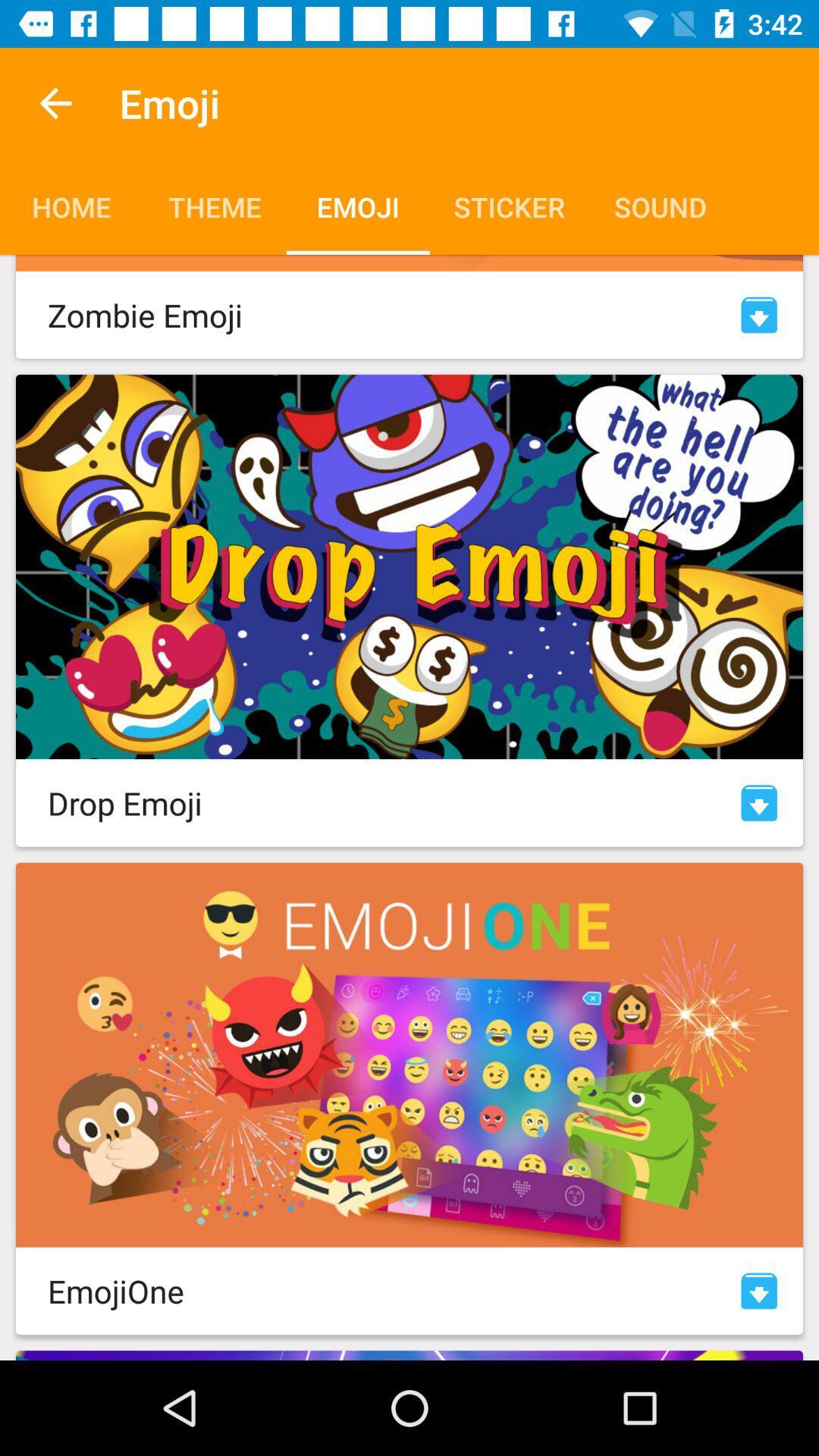 Image resolution: width=819 pixels, height=1456 pixels. What do you see at coordinates (55, 102) in the screenshot?
I see `go back` at bounding box center [55, 102].